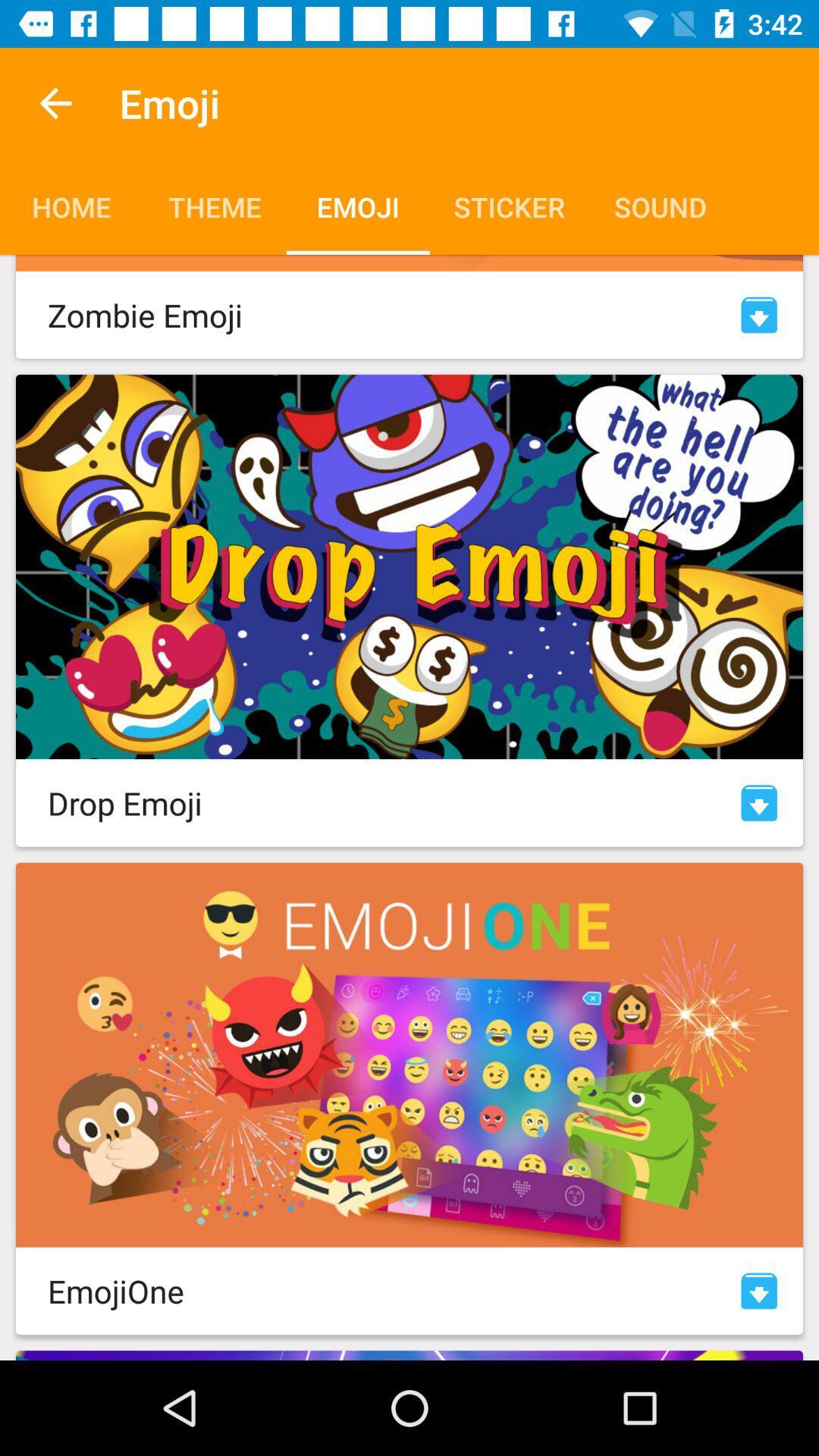 Image resolution: width=819 pixels, height=1456 pixels. What do you see at coordinates (55, 102) in the screenshot?
I see `go back` at bounding box center [55, 102].